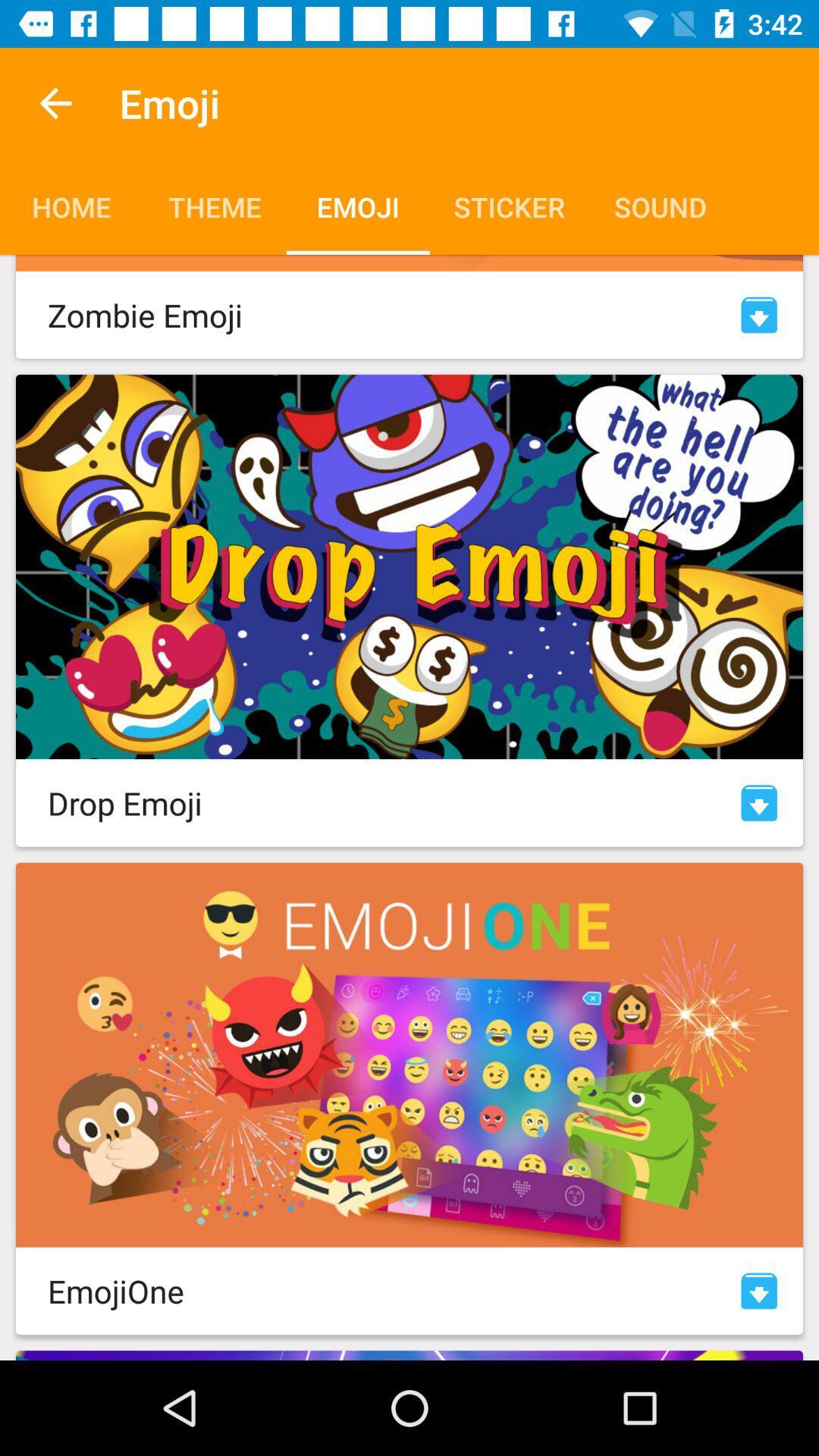 Image resolution: width=819 pixels, height=1456 pixels. What do you see at coordinates (55, 102) in the screenshot?
I see `go back` at bounding box center [55, 102].